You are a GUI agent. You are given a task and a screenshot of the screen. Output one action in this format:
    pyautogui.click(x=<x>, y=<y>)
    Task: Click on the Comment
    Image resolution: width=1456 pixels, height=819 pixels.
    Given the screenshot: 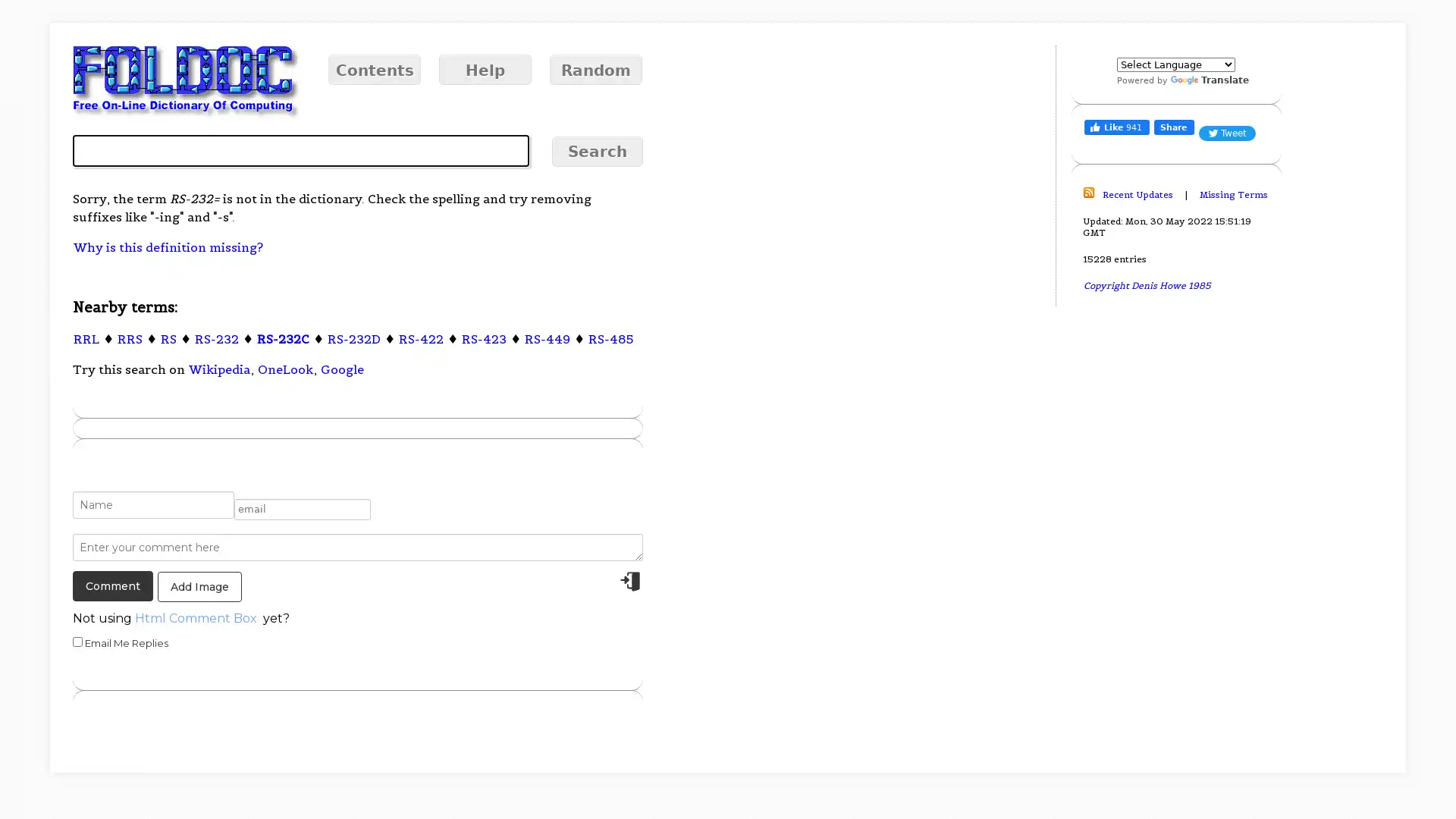 What is the action you would take?
    pyautogui.click(x=111, y=585)
    